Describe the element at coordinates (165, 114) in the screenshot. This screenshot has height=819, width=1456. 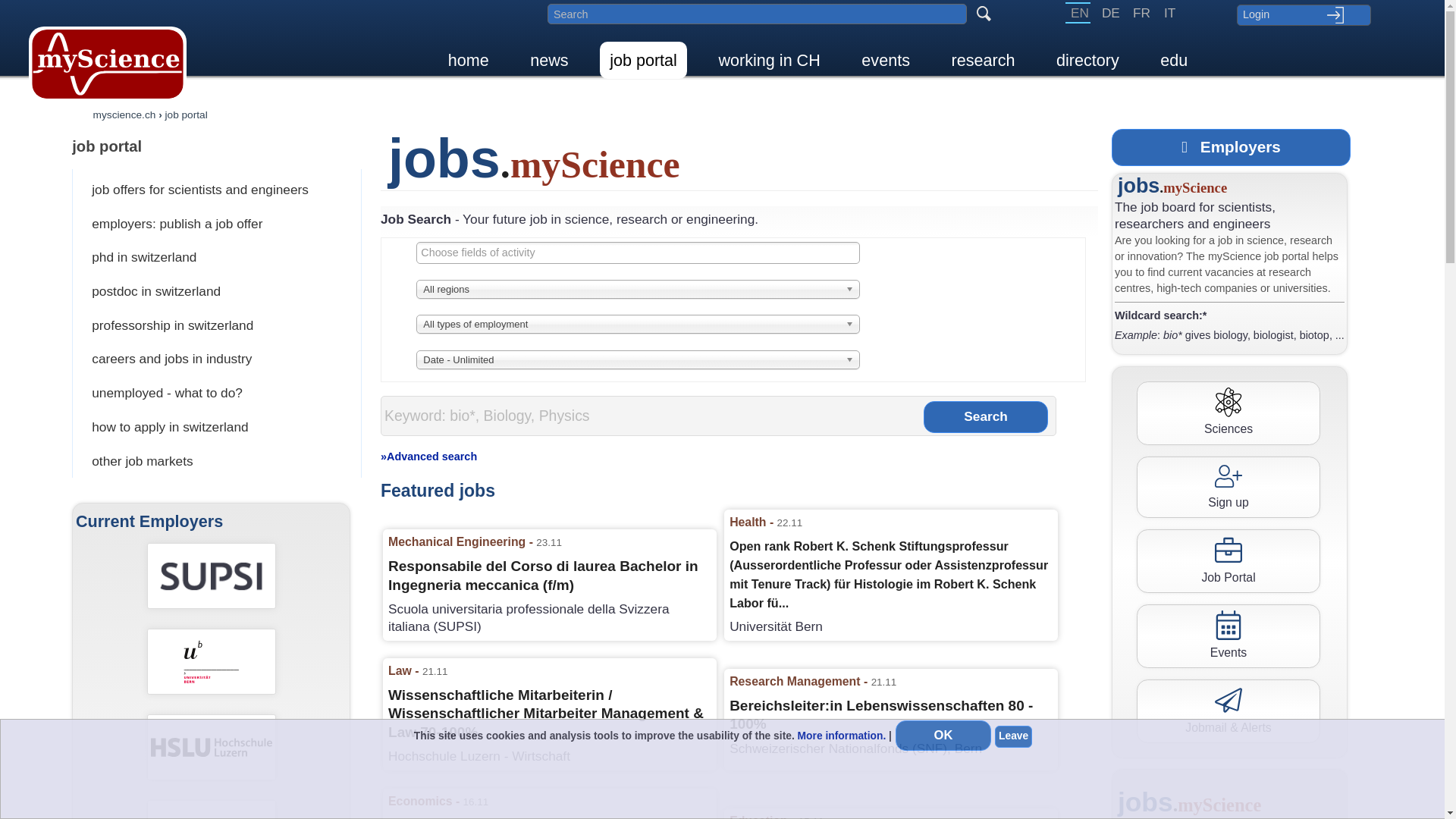
I see `'job portal'` at that location.